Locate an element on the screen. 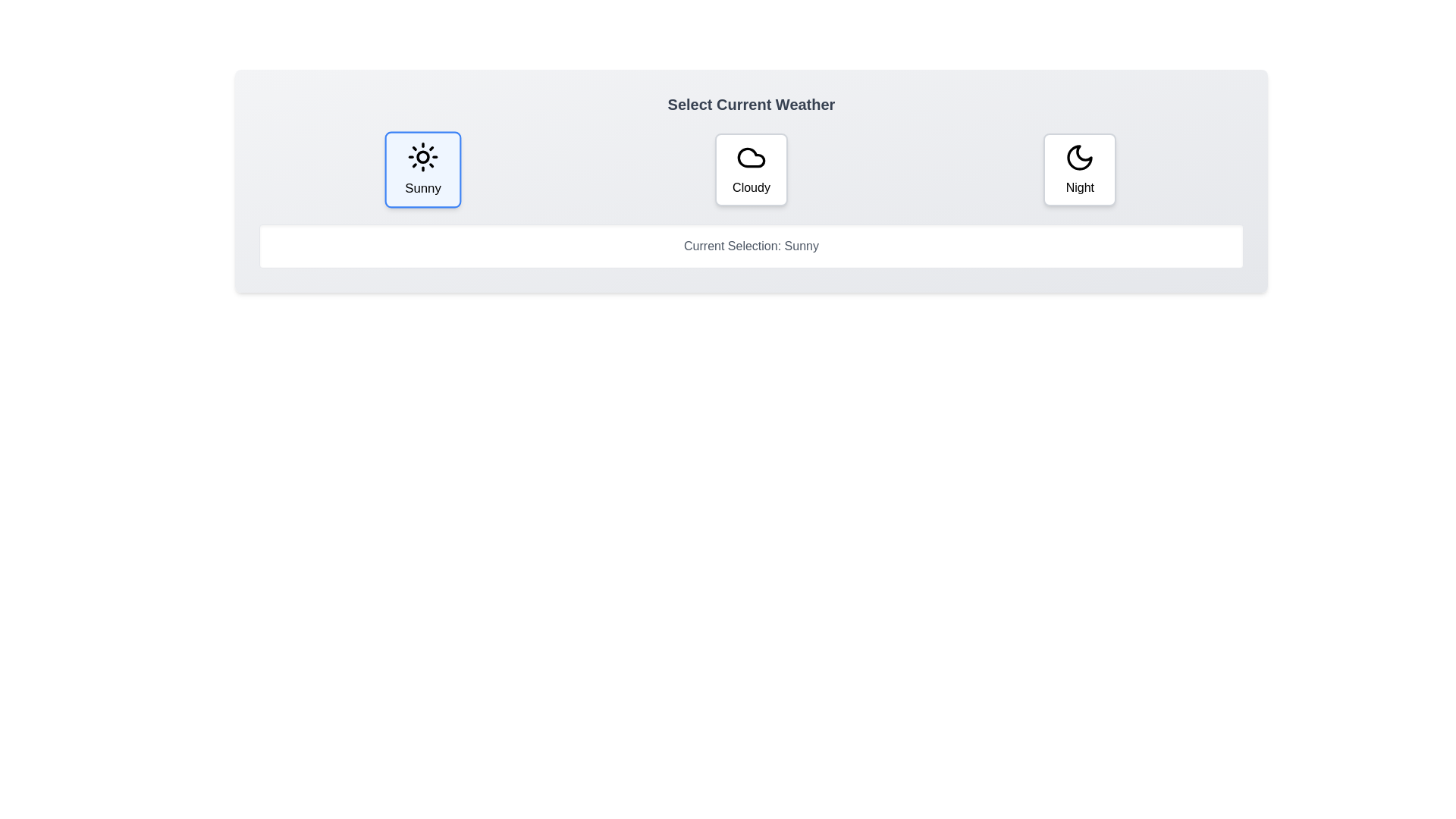  the weather button labeled Sunny to observe the hover effect is located at coordinates (423, 169).